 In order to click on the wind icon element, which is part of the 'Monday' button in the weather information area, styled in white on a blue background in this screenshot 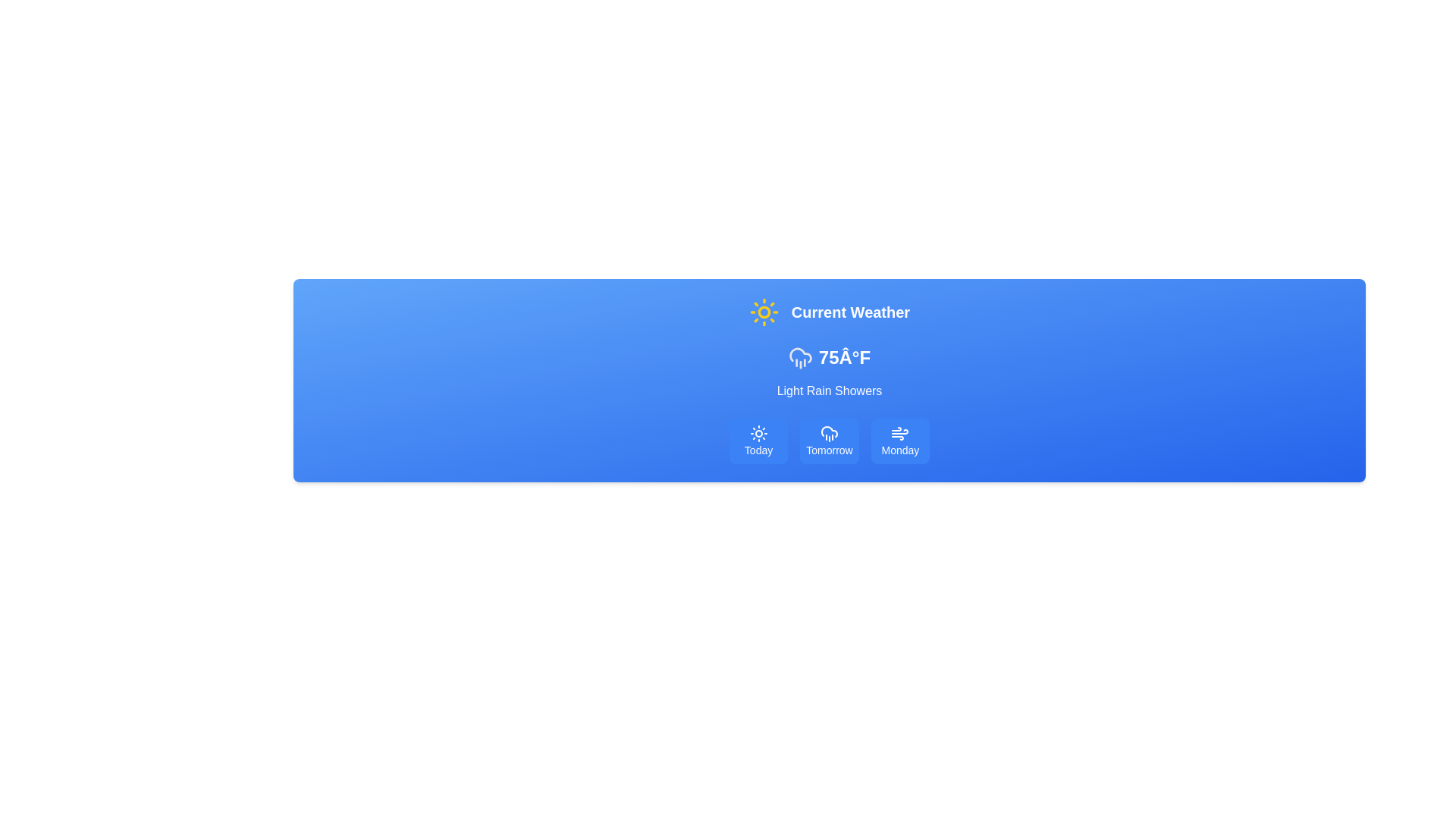, I will do `click(900, 433)`.